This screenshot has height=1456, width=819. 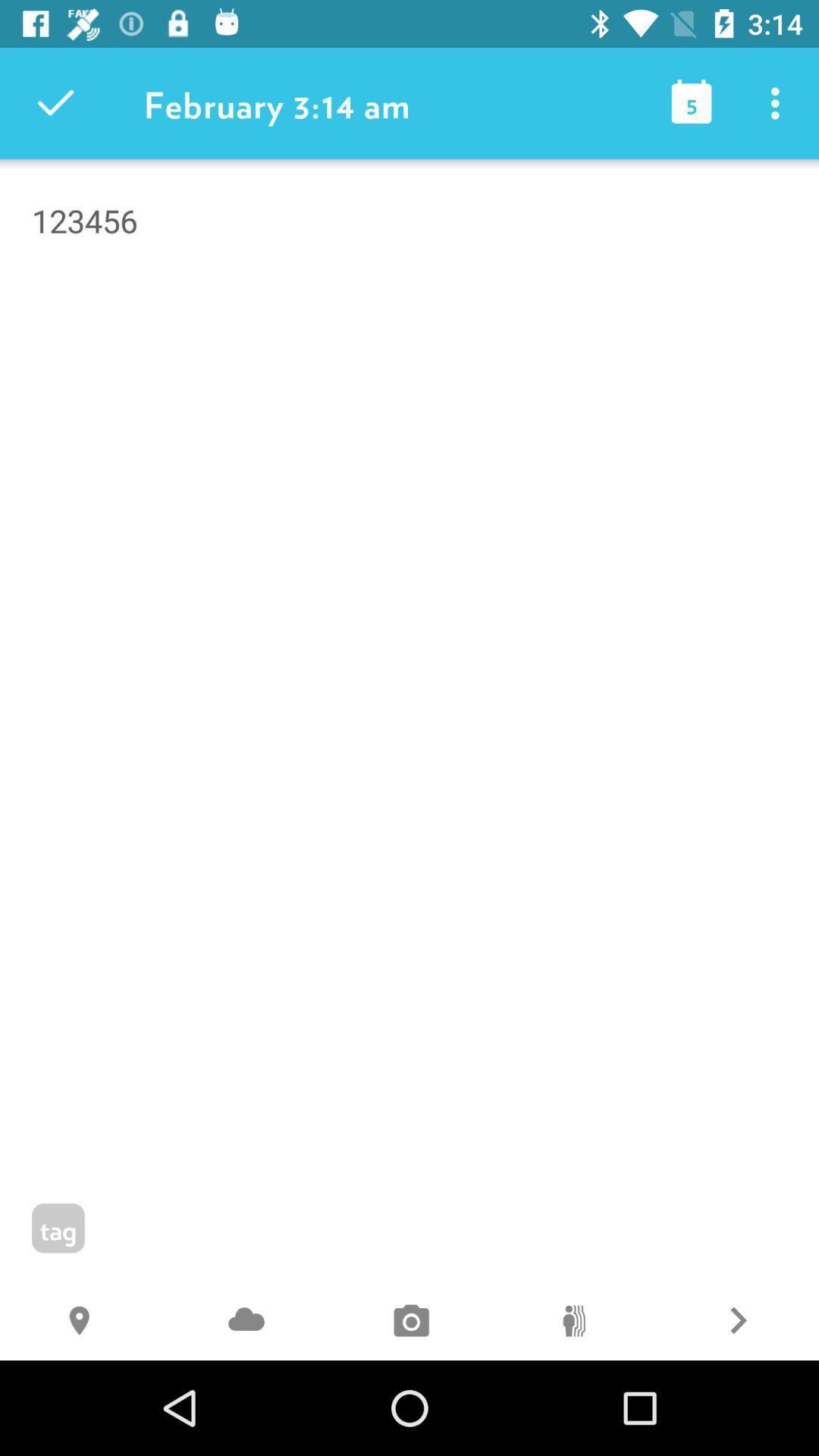 What do you see at coordinates (82, 1322) in the screenshot?
I see `the item next to j item` at bounding box center [82, 1322].